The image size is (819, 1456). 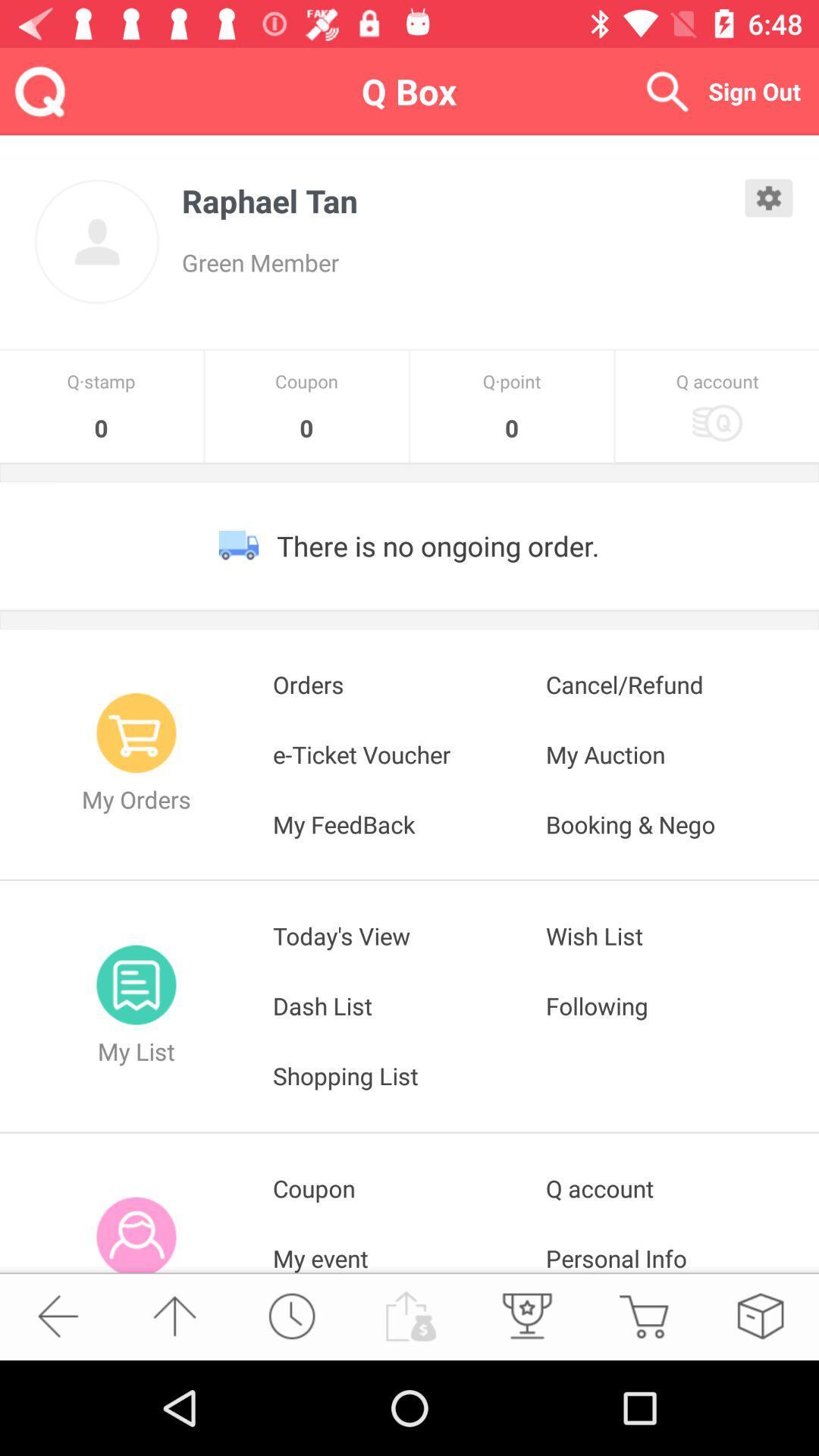 I want to click on it is a search button, so click(x=666, y=90).